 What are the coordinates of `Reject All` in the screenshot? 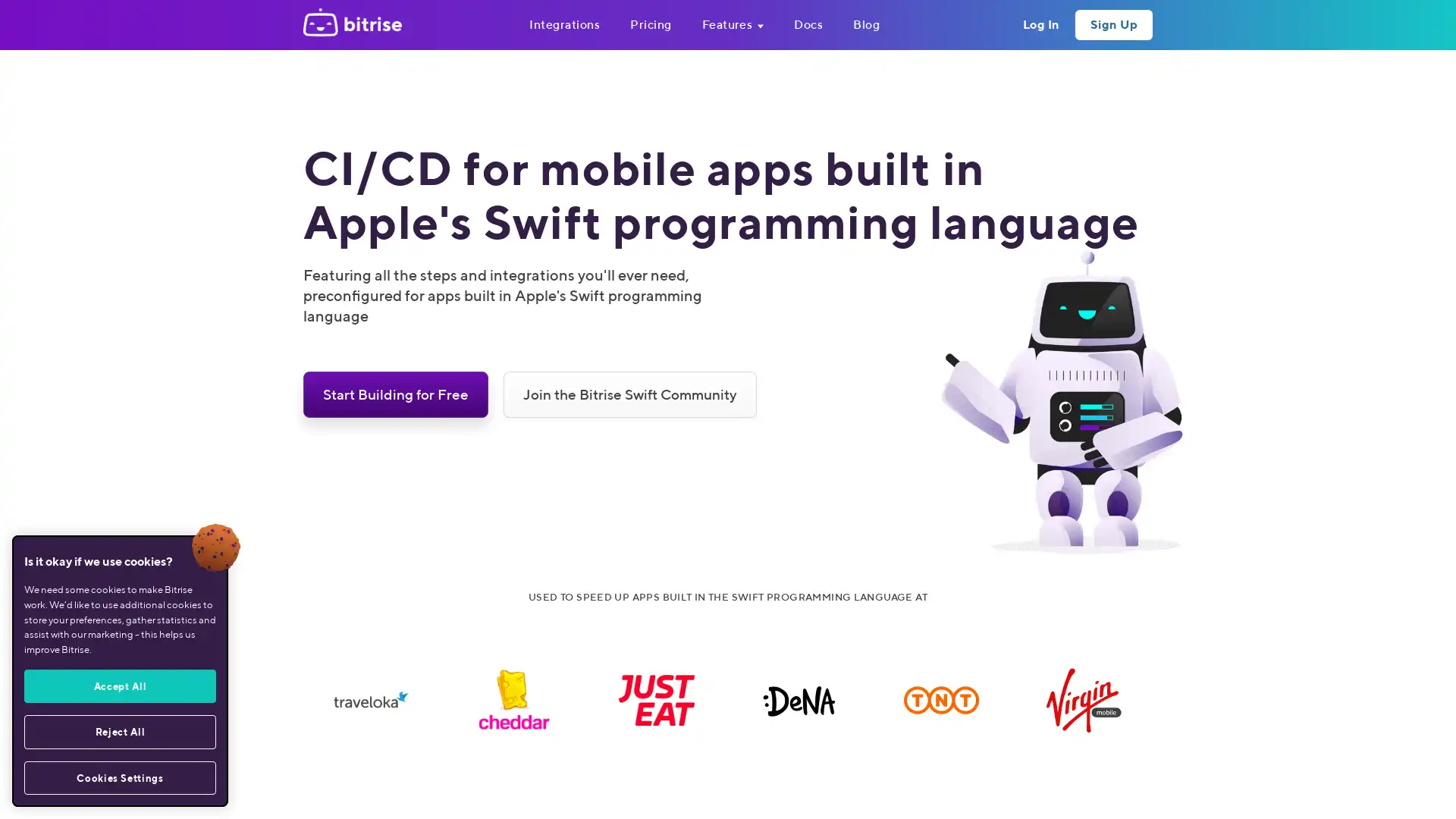 It's located at (119, 730).